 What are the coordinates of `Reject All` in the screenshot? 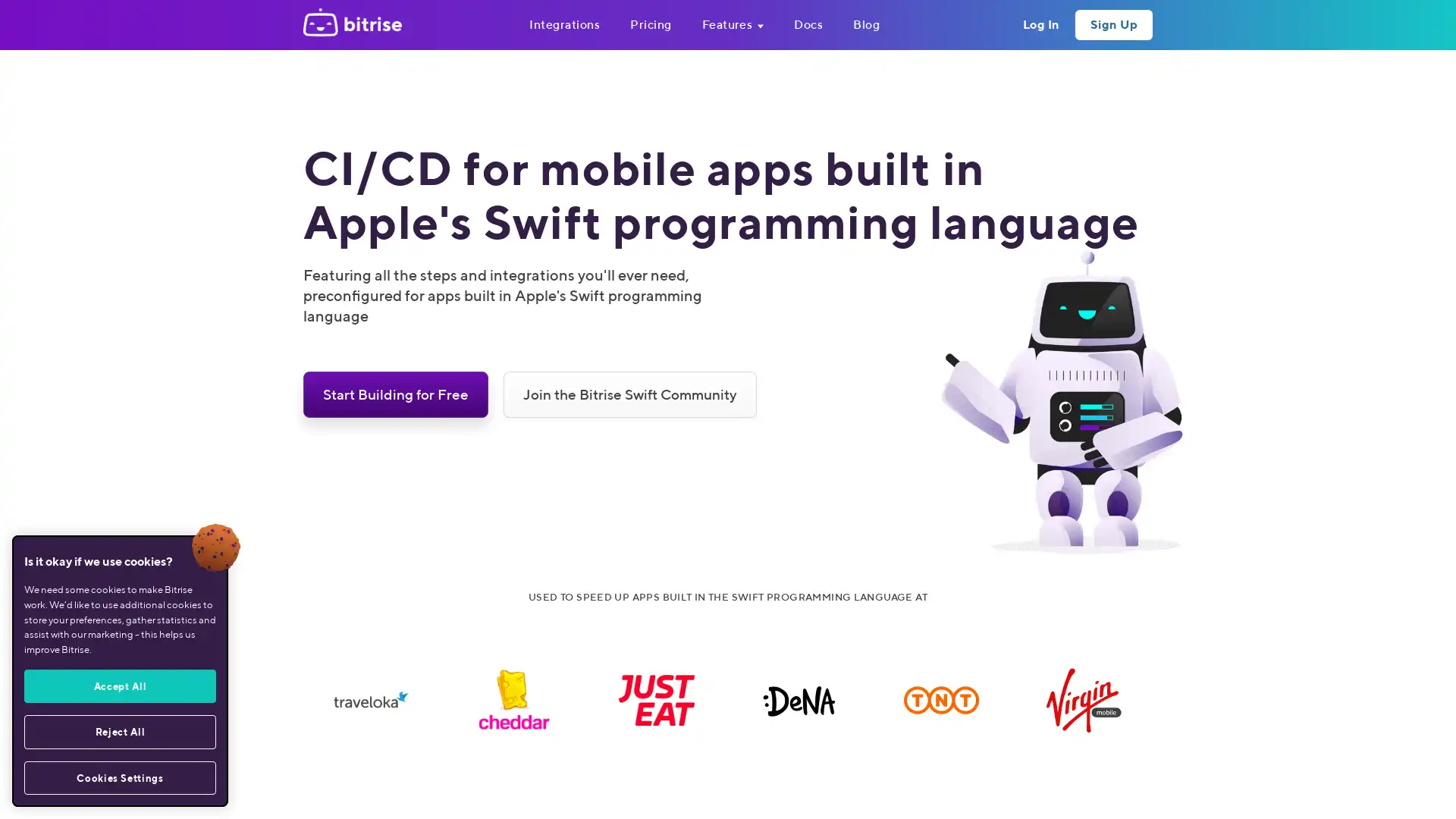 It's located at (119, 730).